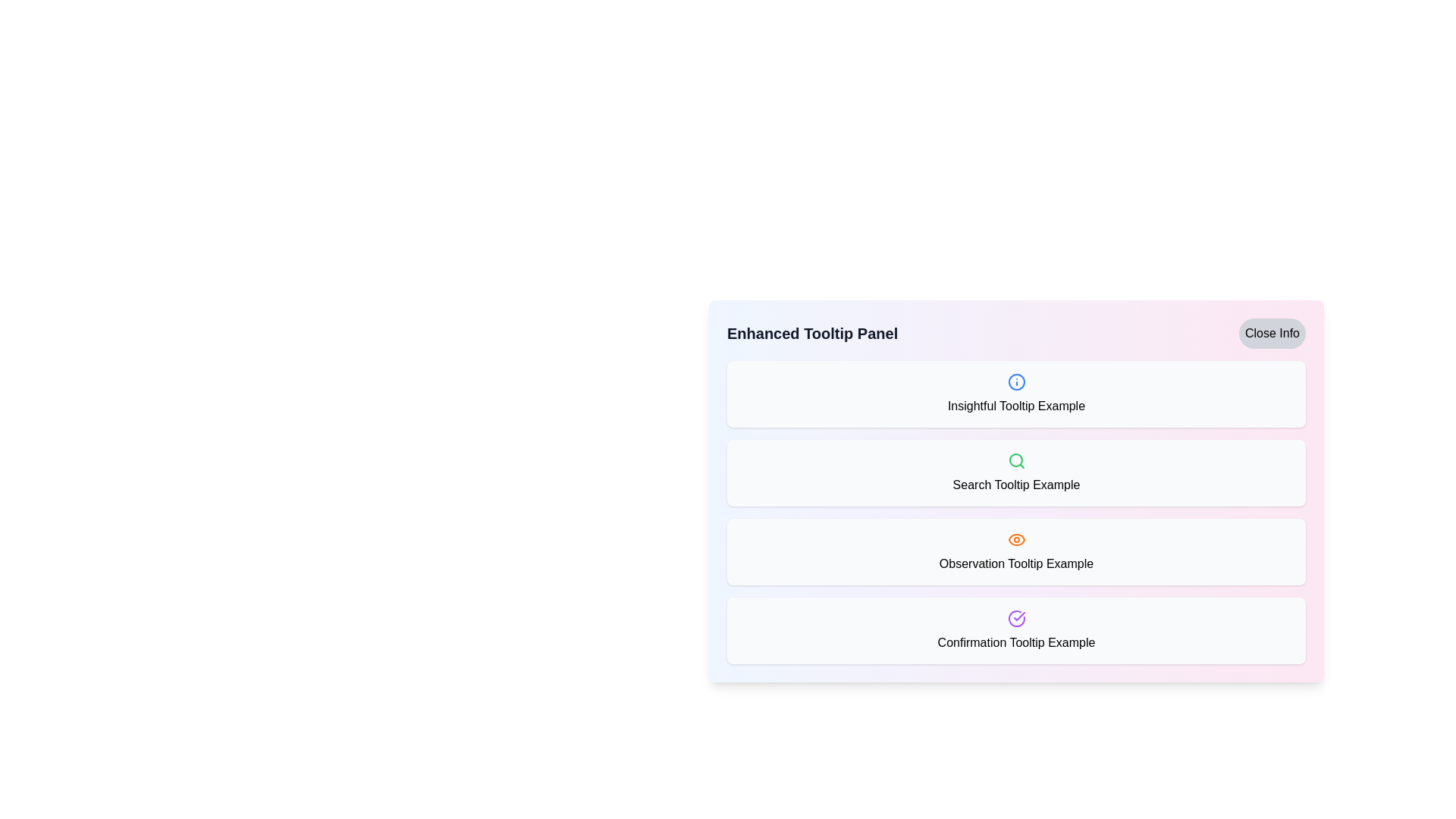 The height and width of the screenshot is (819, 1456). I want to click on text of the header Text Label that introduces the content area containing tooltip examples, located to the left of the 'Close Info' button, so click(811, 332).